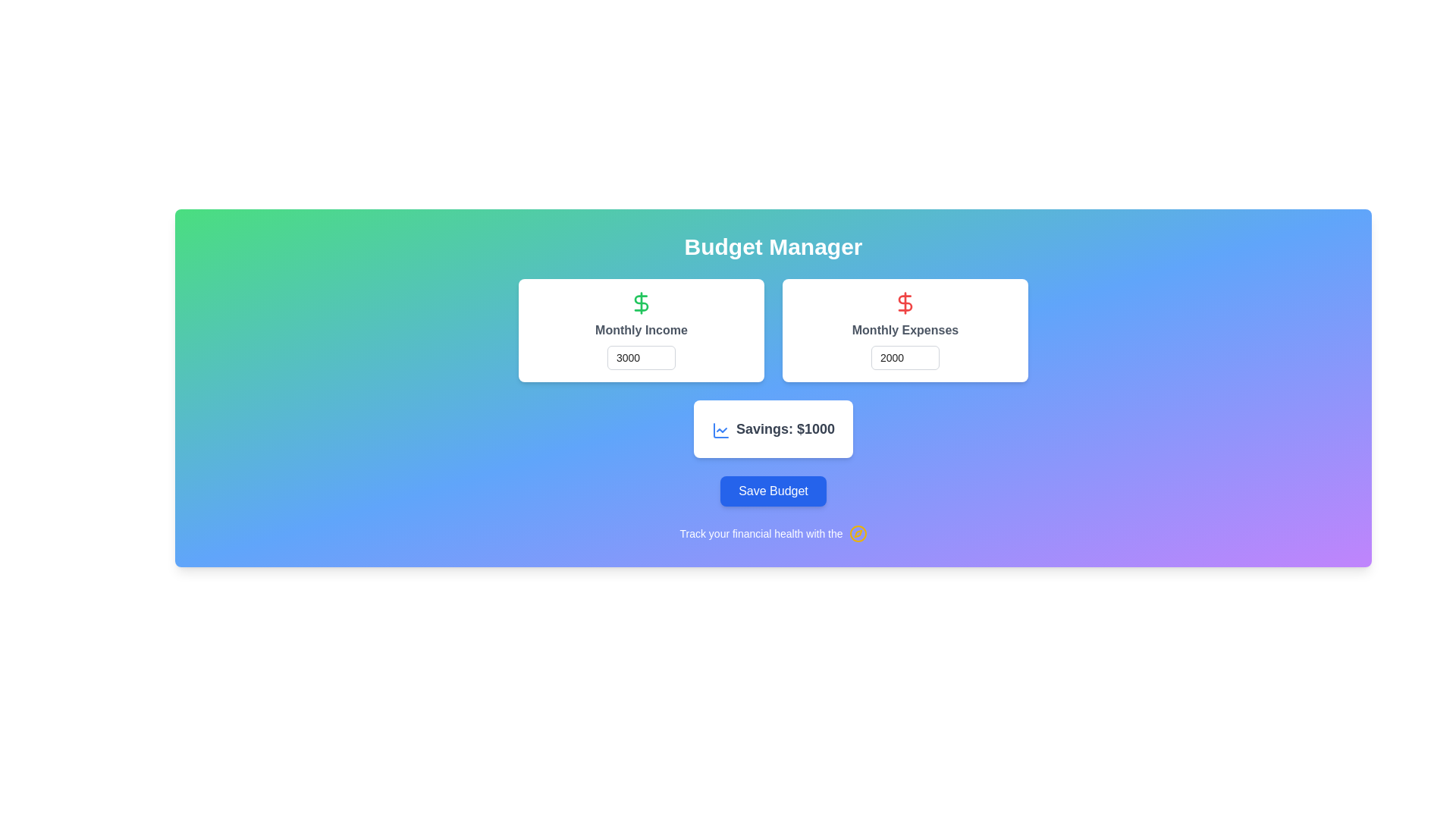  Describe the element at coordinates (641, 329) in the screenshot. I see `the 'Monthly Income' label, which is styled in gray and bold, located below a green dollar sign icon and above a numeric input box` at that location.